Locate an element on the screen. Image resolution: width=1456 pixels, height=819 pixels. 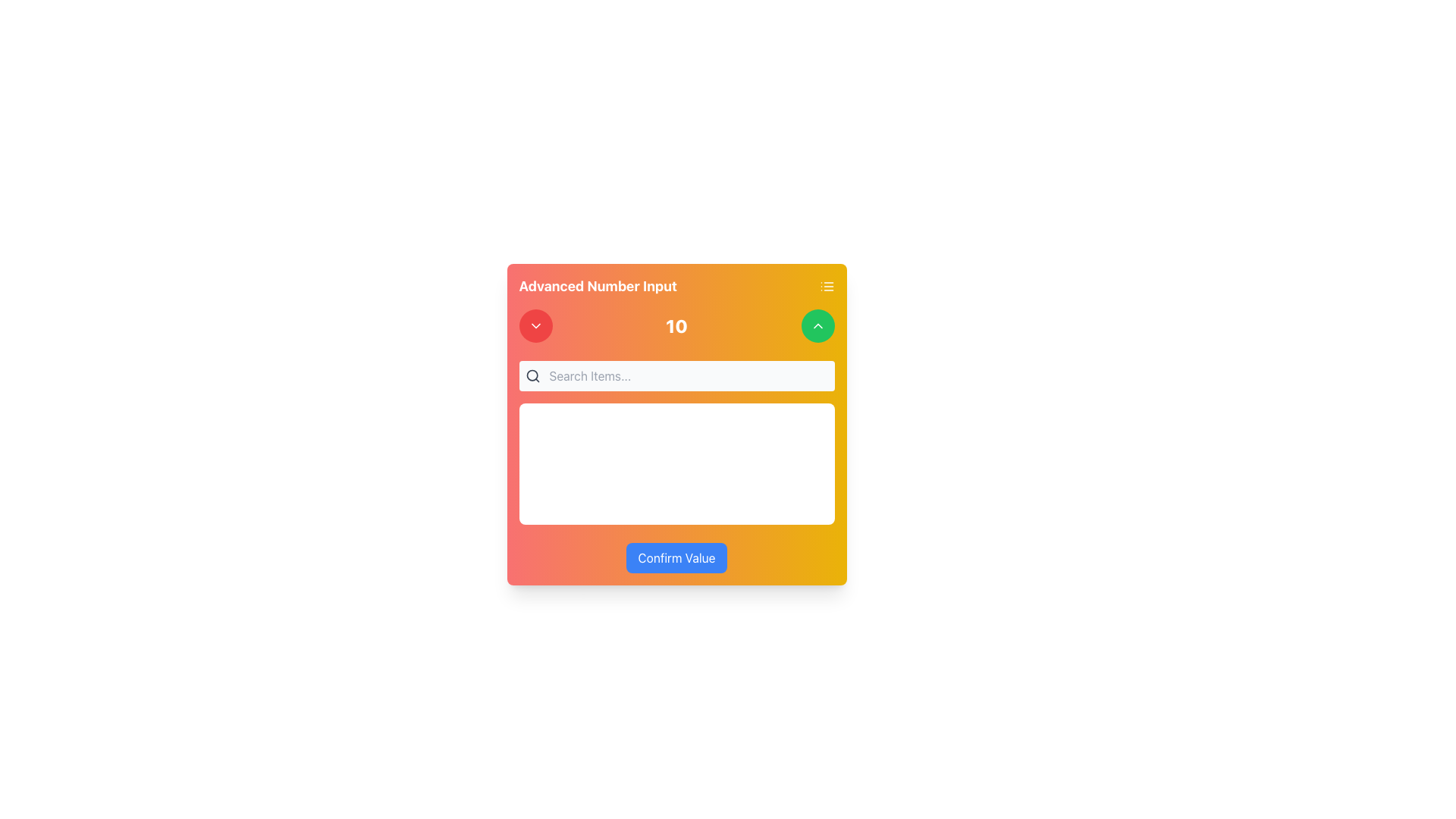
the scrollable white rectangular Scrollbox containing text items arranged vertically, to bring it into view is located at coordinates (676, 463).